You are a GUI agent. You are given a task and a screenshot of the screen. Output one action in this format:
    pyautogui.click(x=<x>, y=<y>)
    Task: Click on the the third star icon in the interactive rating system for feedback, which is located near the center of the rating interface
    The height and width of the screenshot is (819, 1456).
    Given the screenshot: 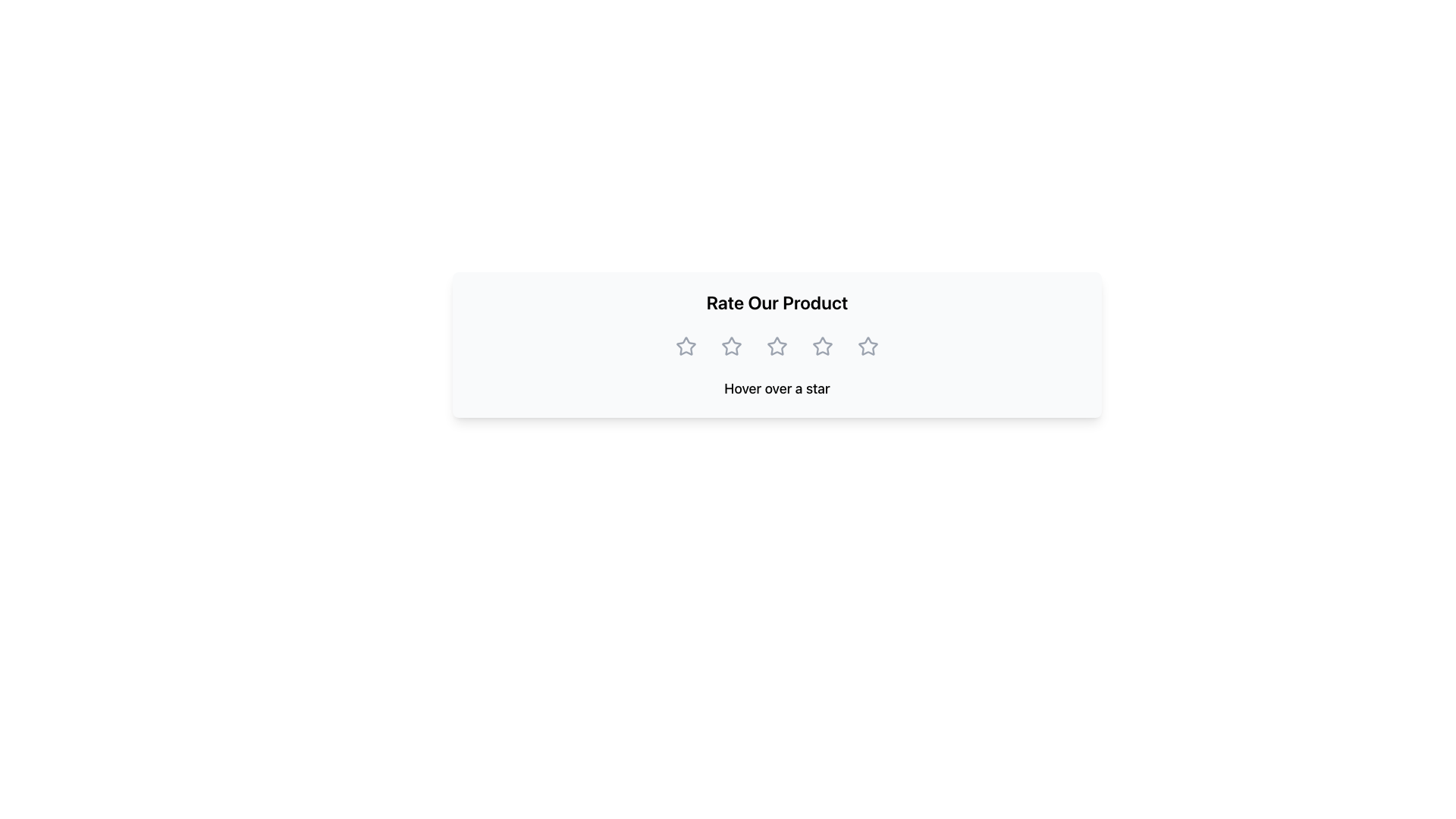 What is the action you would take?
    pyautogui.click(x=777, y=346)
    